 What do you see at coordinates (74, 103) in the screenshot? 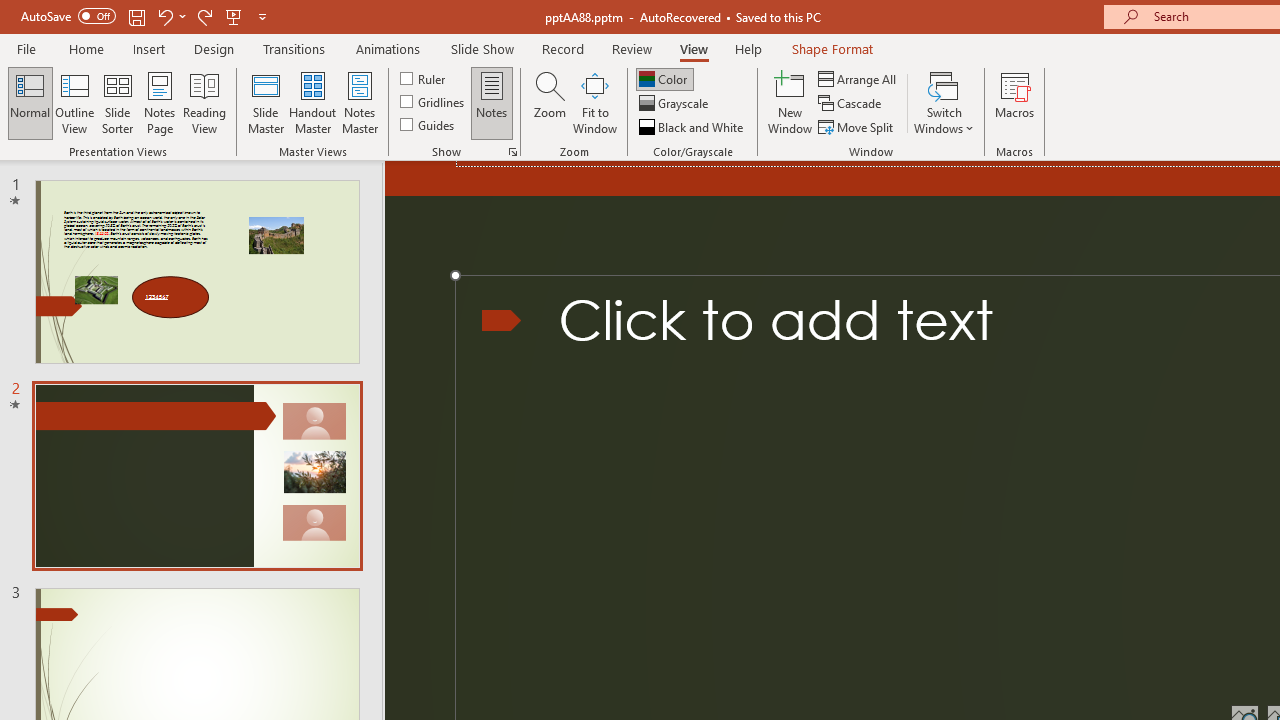
I see `'Outline View'` at bounding box center [74, 103].